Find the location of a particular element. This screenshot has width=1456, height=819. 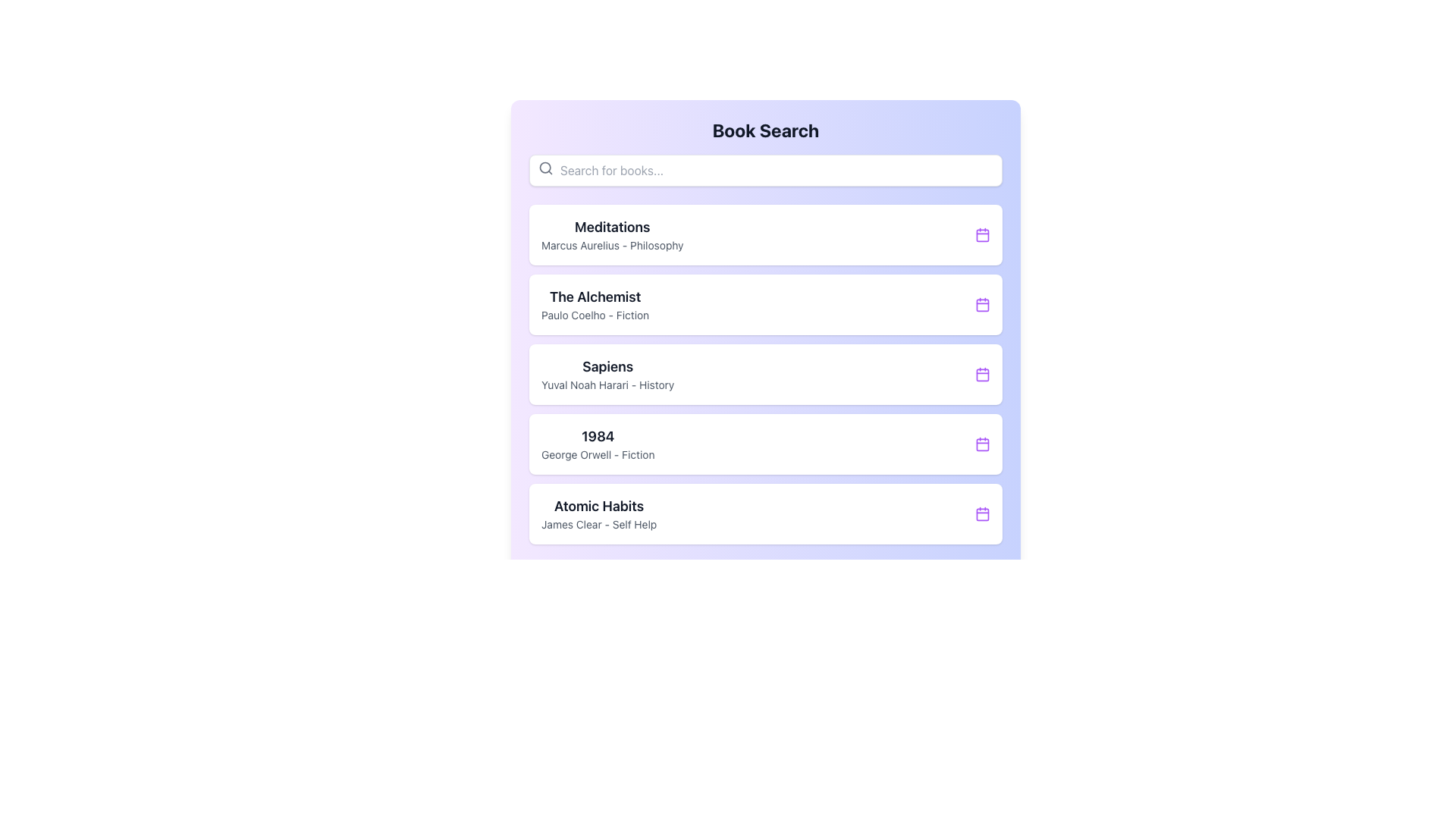

the small square with rounded corners located within the calendar icon at the right end of the 'Sapiens' row in the list of books is located at coordinates (983, 374).